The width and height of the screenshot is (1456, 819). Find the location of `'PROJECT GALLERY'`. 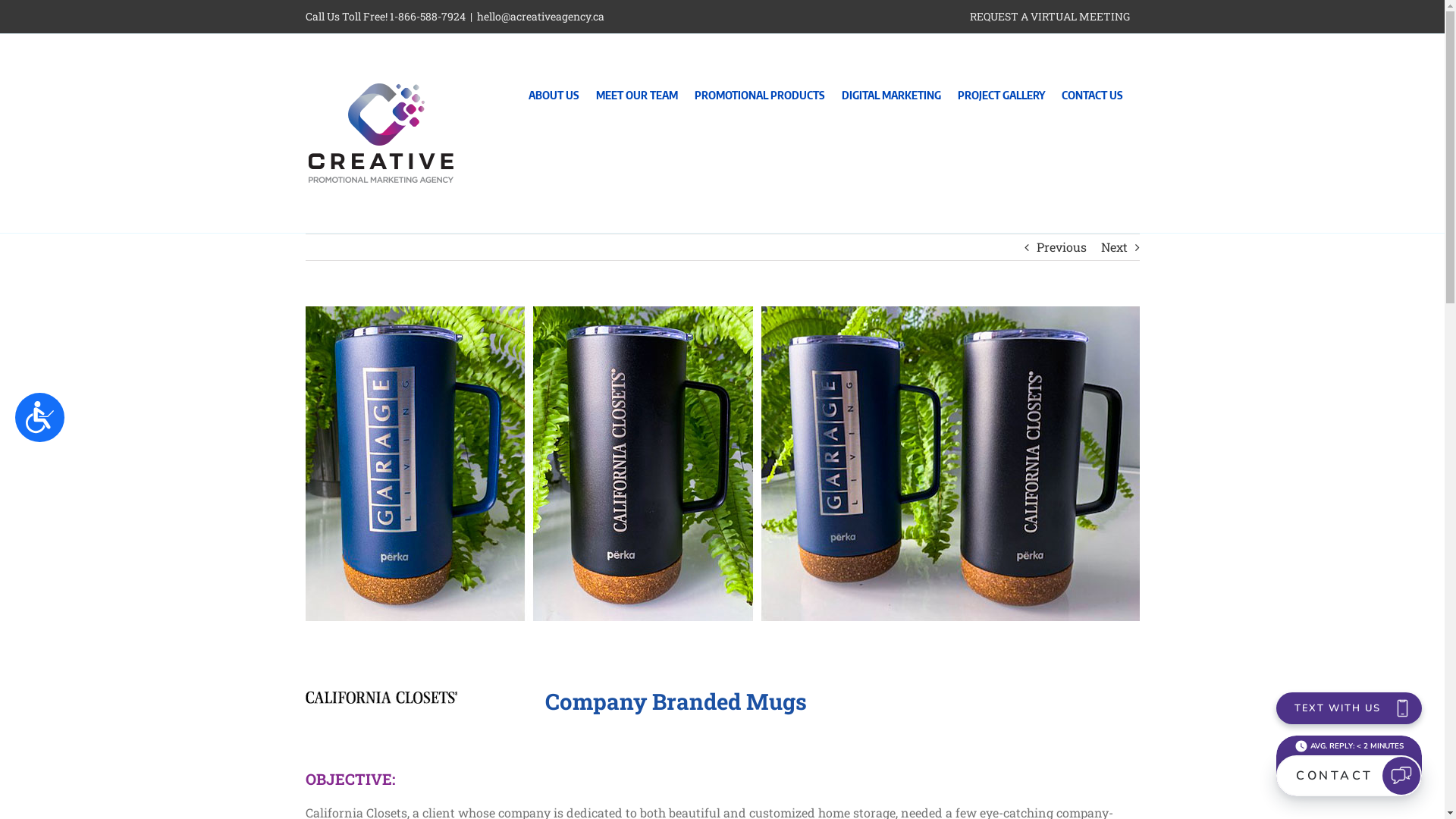

'PROJECT GALLERY' is located at coordinates (956, 90).